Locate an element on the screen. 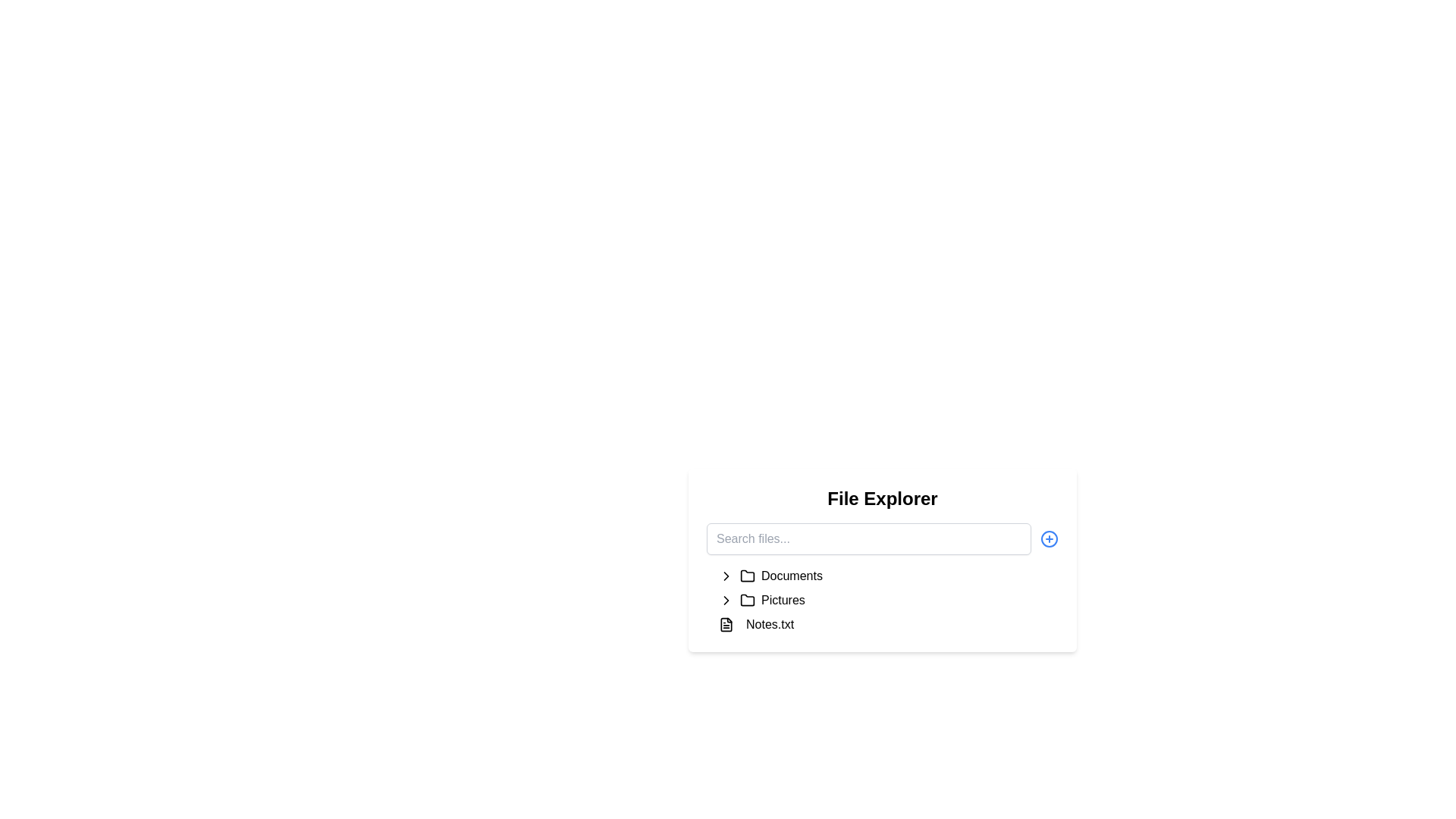  the minimalist outlined file icon is located at coordinates (726, 625).